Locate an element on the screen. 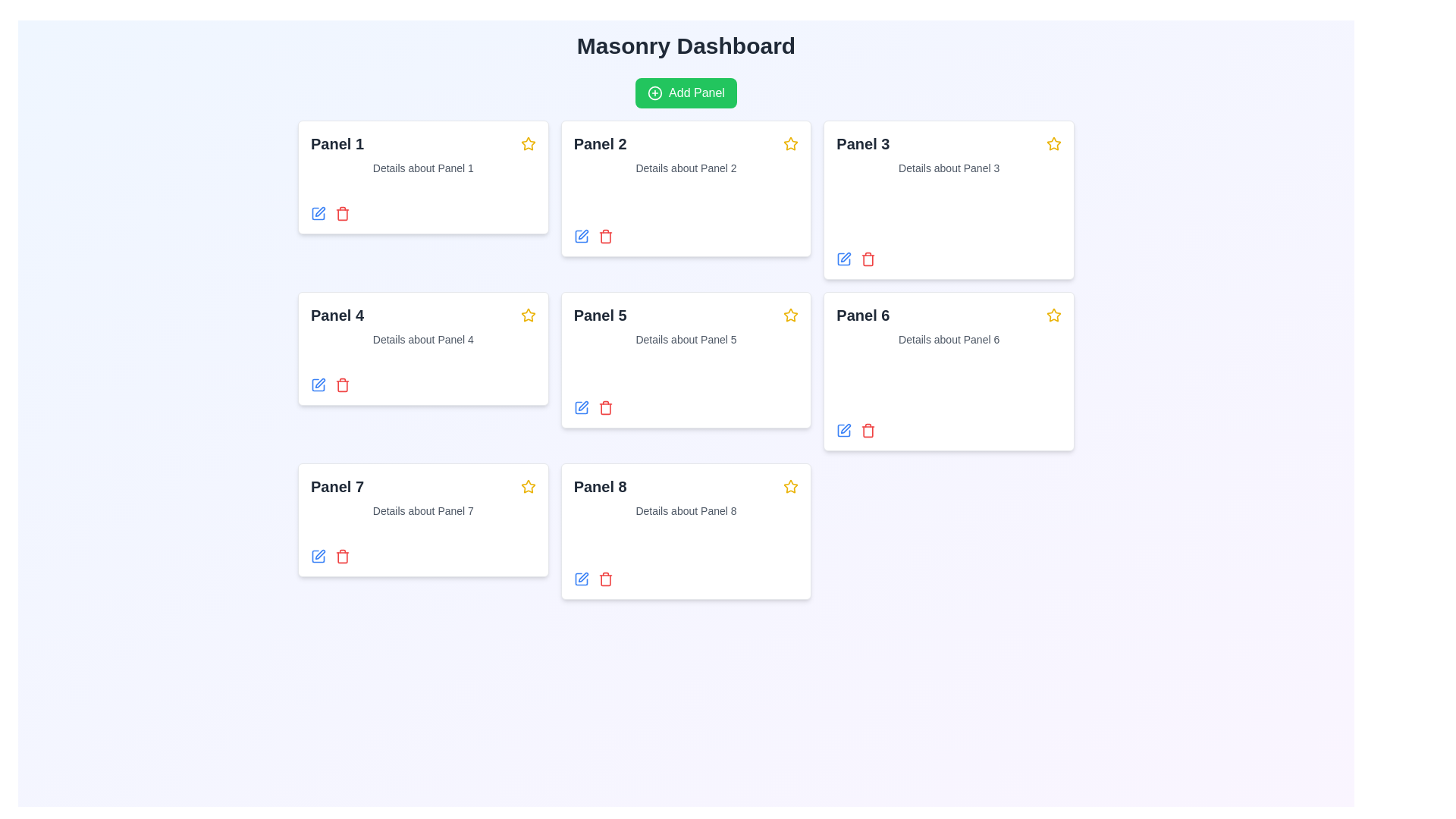  the blue square icon with a pen, which is the leftmost edit button located under 'Panel 1' in the first column of the grid layout is located at coordinates (318, 213).